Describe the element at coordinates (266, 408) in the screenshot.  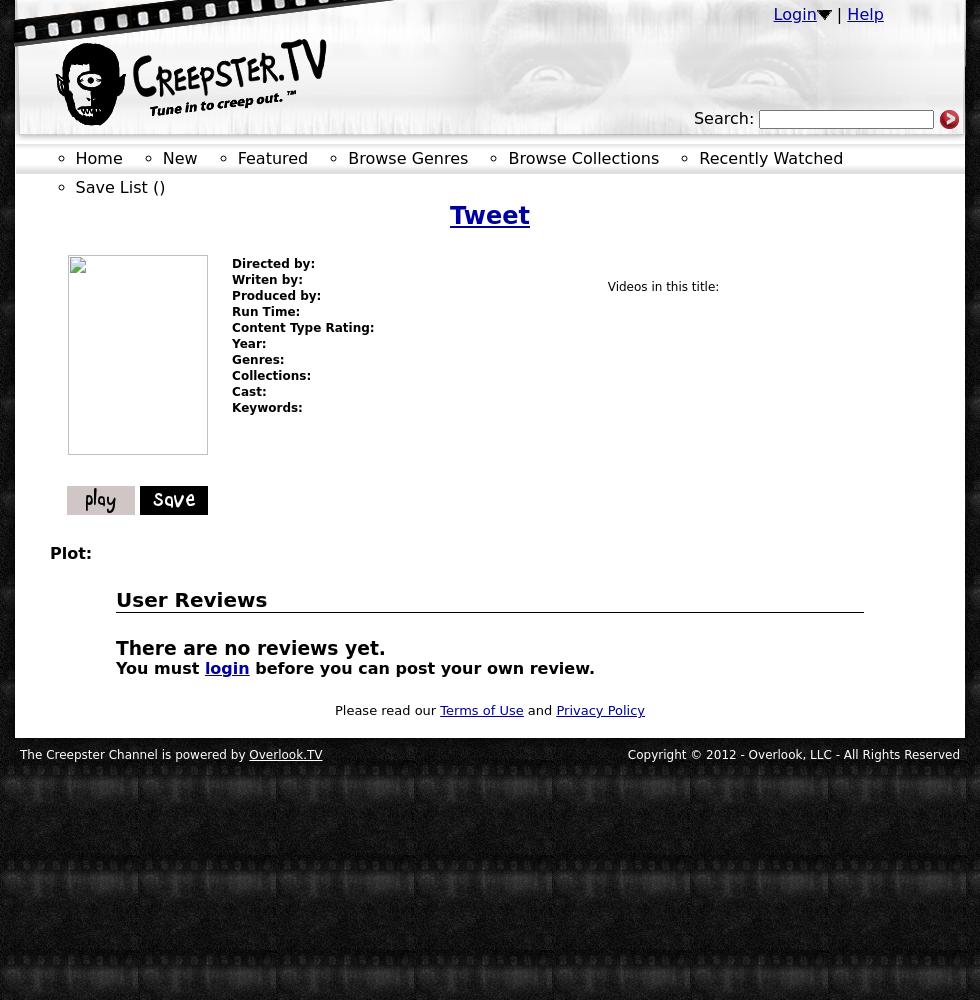
I see `'Keywords:'` at that location.